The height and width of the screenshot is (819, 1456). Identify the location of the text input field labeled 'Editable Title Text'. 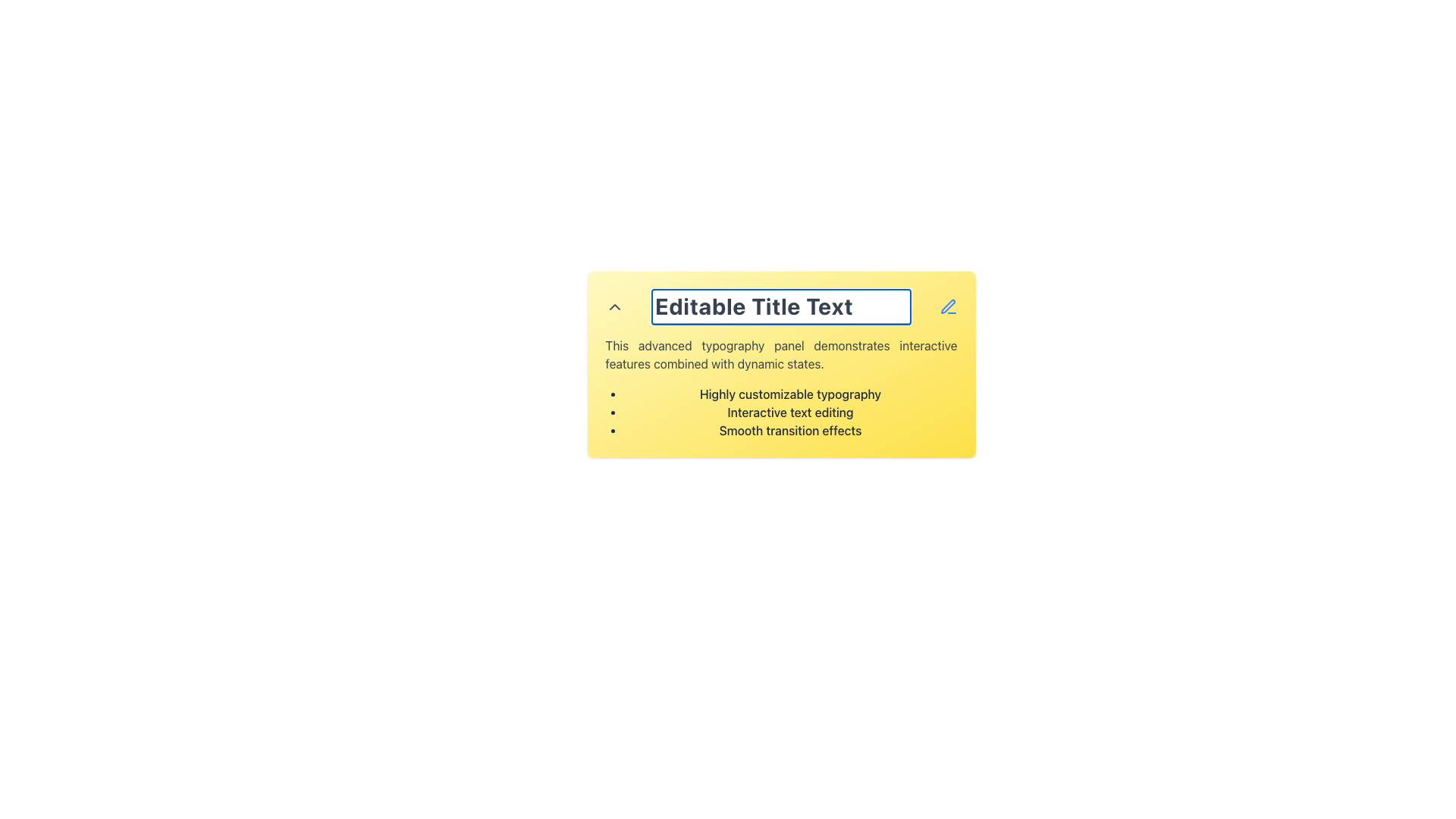
(781, 307).